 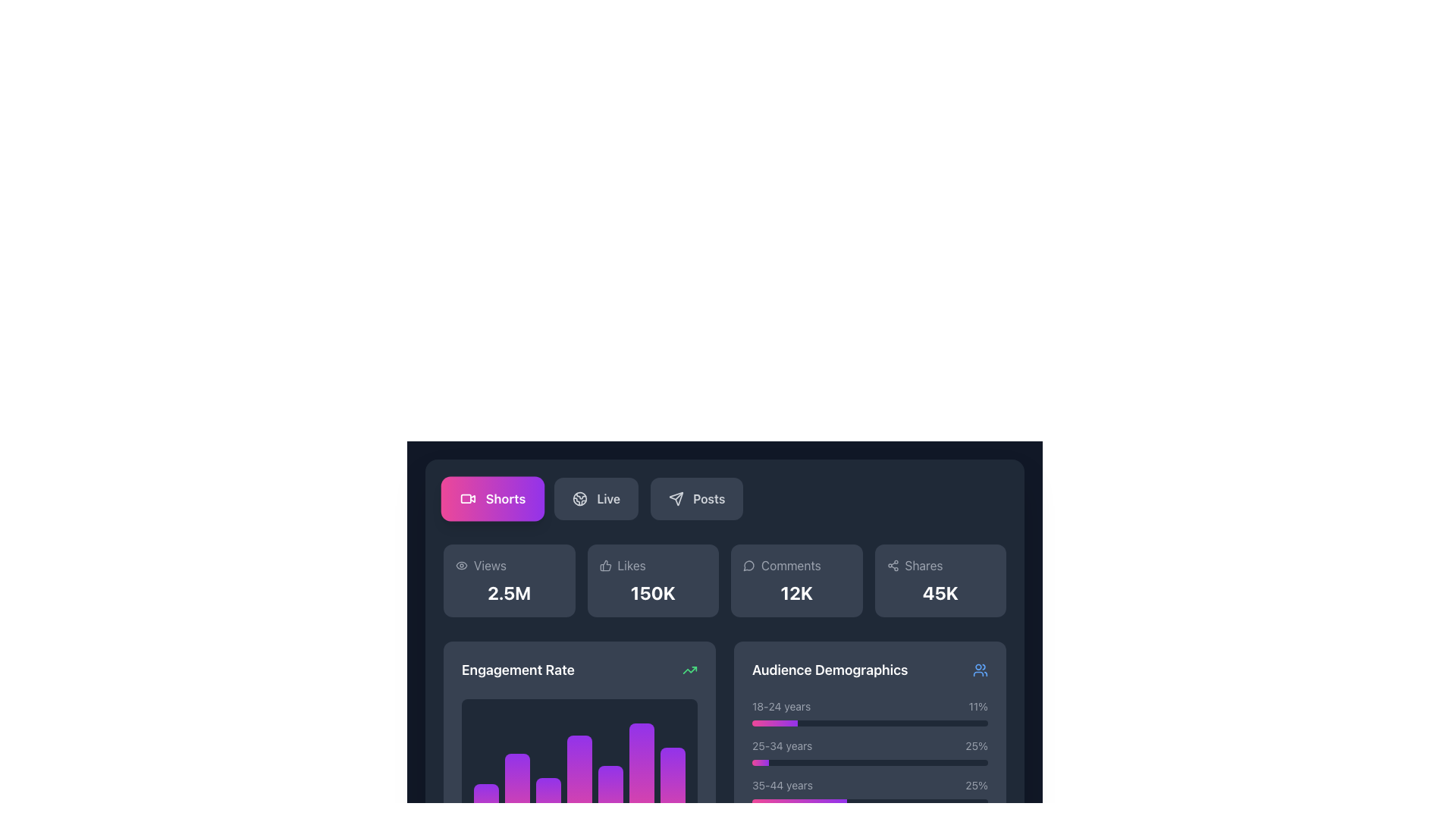 What do you see at coordinates (696, 499) in the screenshot?
I see `the button labeled 'Posts', which has a dark background with a paper airplane icon and lighter gray text` at bounding box center [696, 499].